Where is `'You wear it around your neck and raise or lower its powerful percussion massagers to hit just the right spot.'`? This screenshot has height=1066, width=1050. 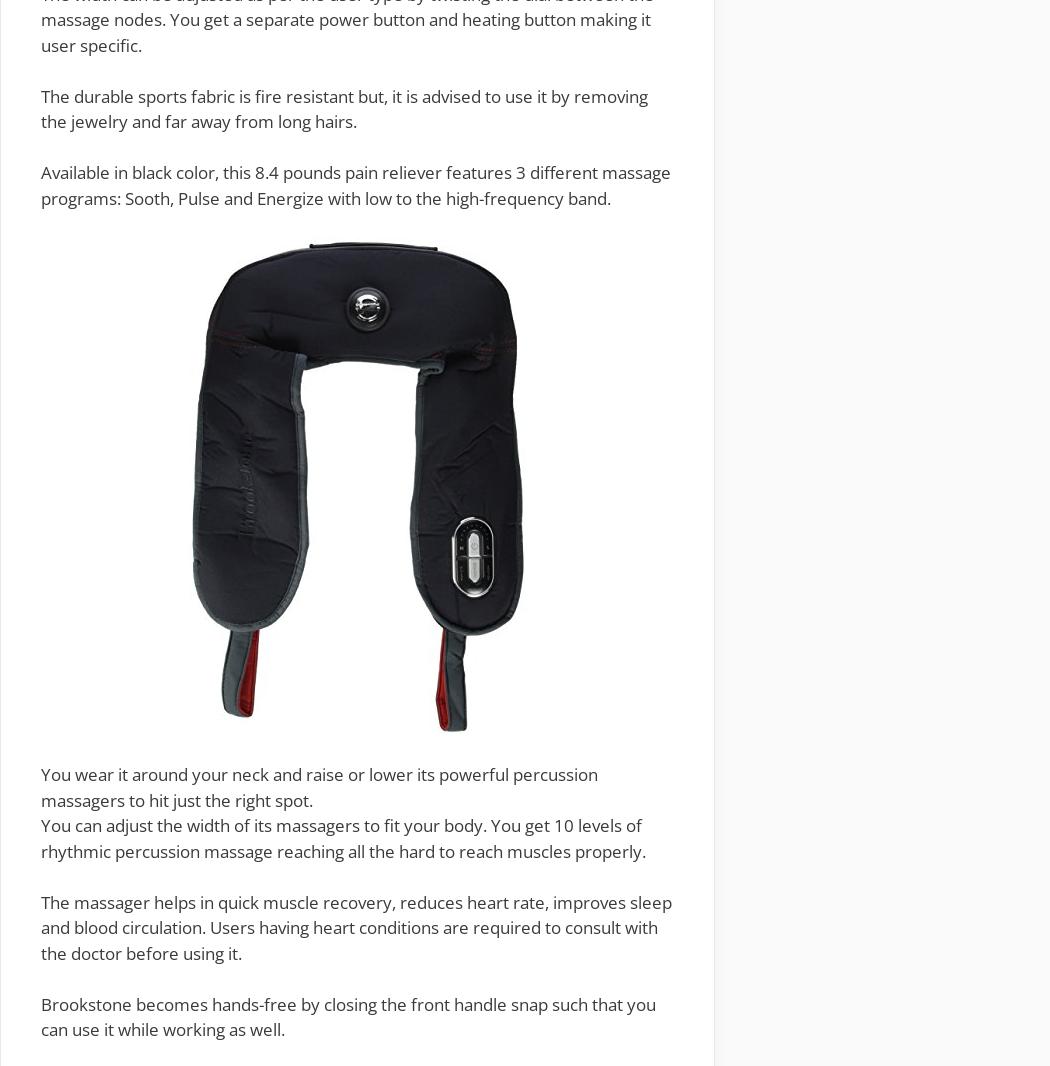 'You wear it around your neck and raise or lower its powerful percussion massagers to hit just the right spot.' is located at coordinates (319, 786).